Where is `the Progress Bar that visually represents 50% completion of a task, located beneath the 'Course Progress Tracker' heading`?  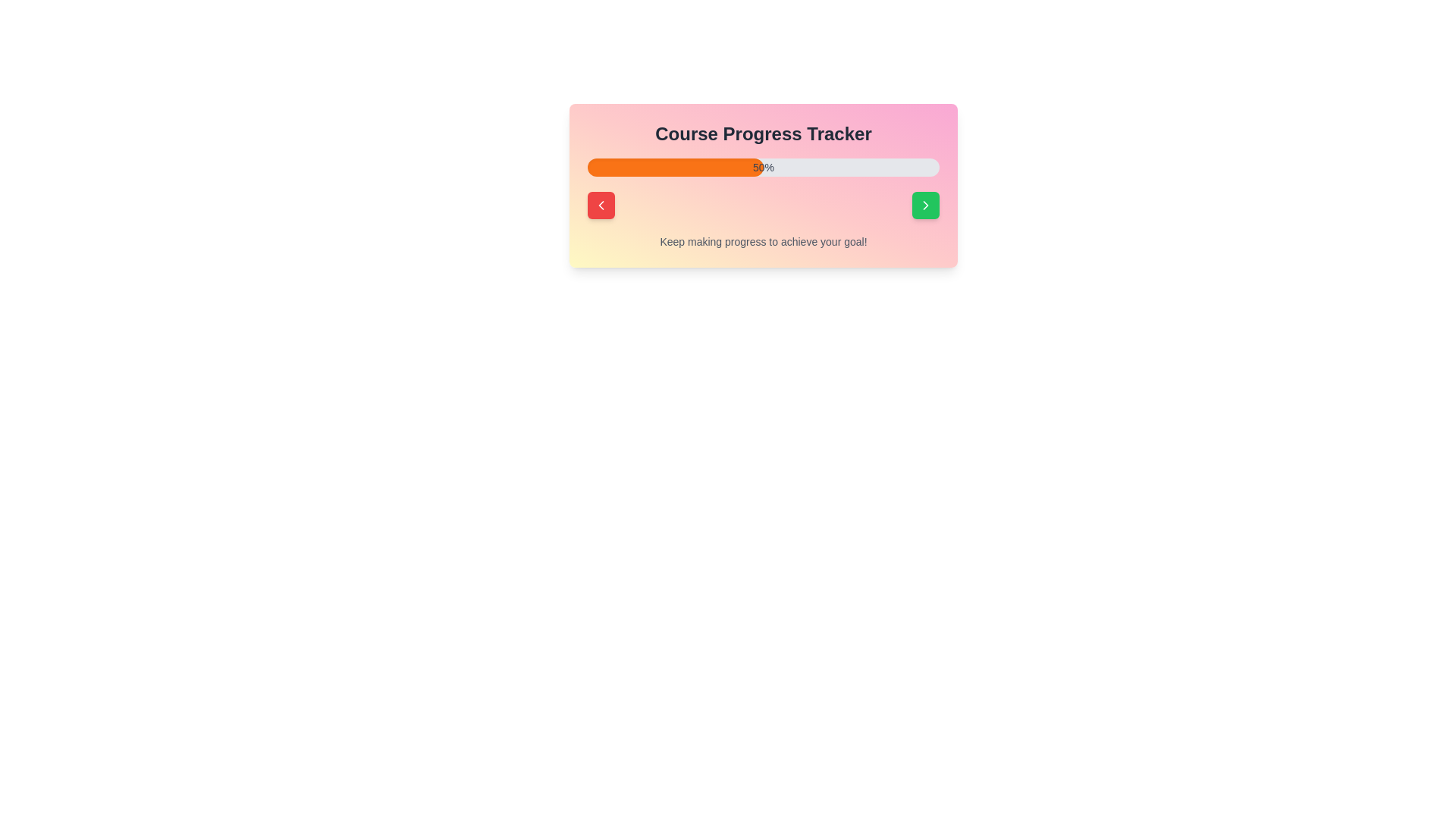
the Progress Bar that visually represents 50% completion of a task, located beneath the 'Course Progress Tracker' heading is located at coordinates (764, 167).